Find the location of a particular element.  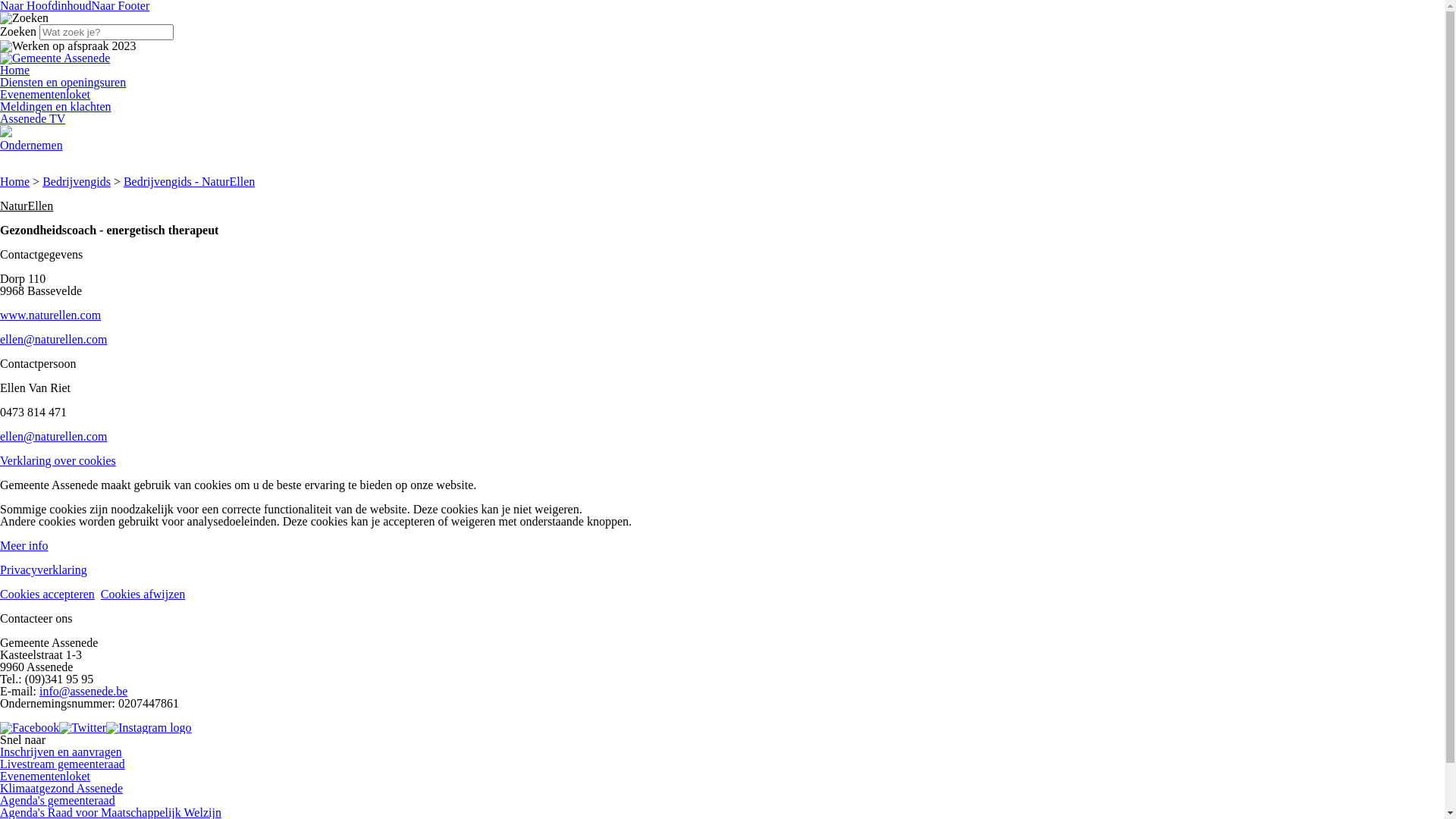

'Ondernemen' is located at coordinates (31, 145).